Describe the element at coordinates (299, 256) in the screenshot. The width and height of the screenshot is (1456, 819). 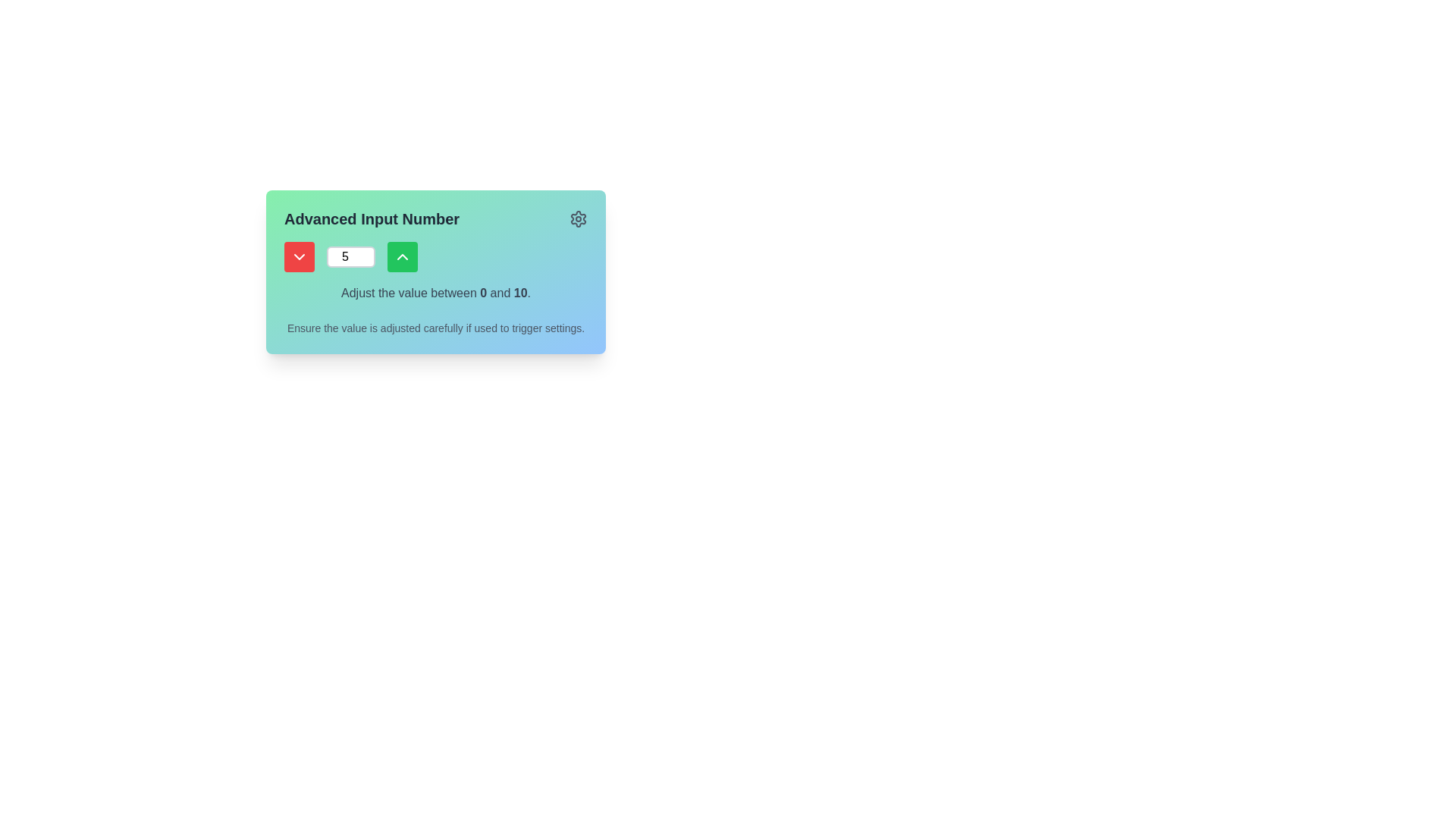
I see `the button that decreases the numeric value in the adjacent input field` at that location.